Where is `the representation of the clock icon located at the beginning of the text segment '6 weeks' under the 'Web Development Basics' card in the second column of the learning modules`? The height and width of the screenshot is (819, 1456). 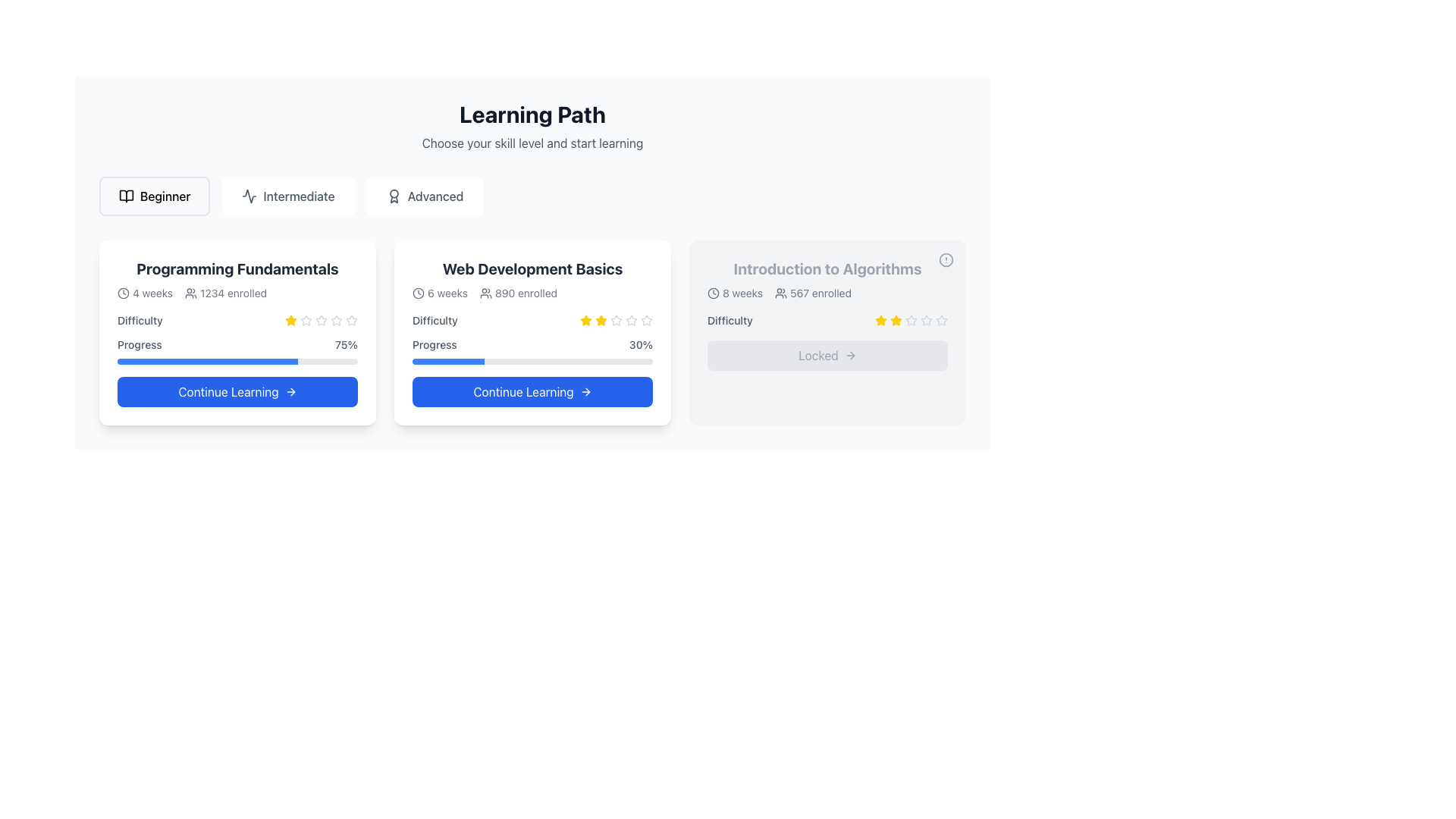 the representation of the clock icon located at the beginning of the text segment '6 weeks' under the 'Web Development Basics' card in the second column of the learning modules is located at coordinates (419, 293).